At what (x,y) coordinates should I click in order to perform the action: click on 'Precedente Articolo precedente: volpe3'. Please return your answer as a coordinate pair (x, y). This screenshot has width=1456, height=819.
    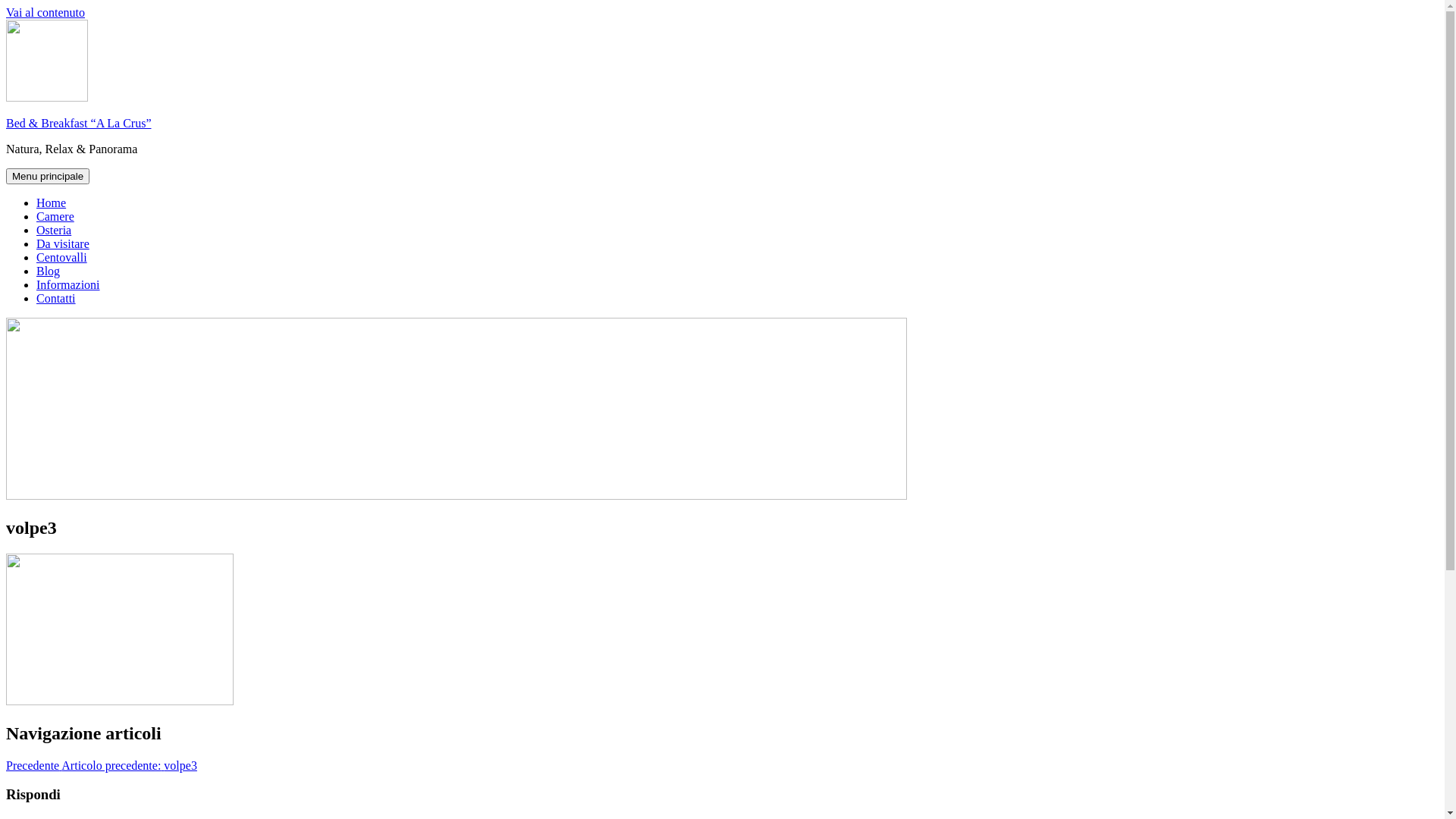
    Looking at the image, I should click on (101, 765).